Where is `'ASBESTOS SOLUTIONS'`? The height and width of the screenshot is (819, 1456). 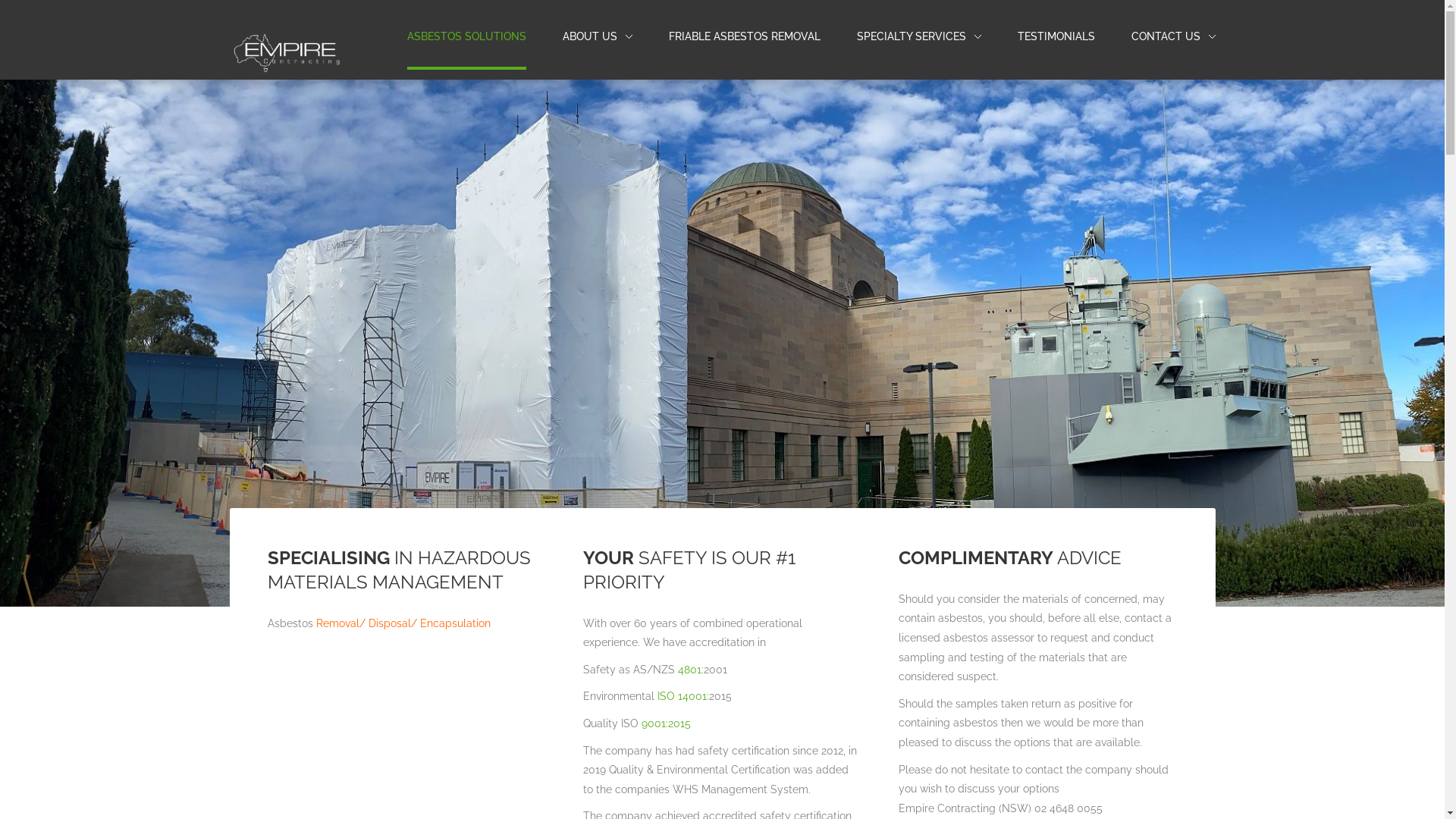 'ASBESTOS SOLUTIONS' is located at coordinates (465, 35).